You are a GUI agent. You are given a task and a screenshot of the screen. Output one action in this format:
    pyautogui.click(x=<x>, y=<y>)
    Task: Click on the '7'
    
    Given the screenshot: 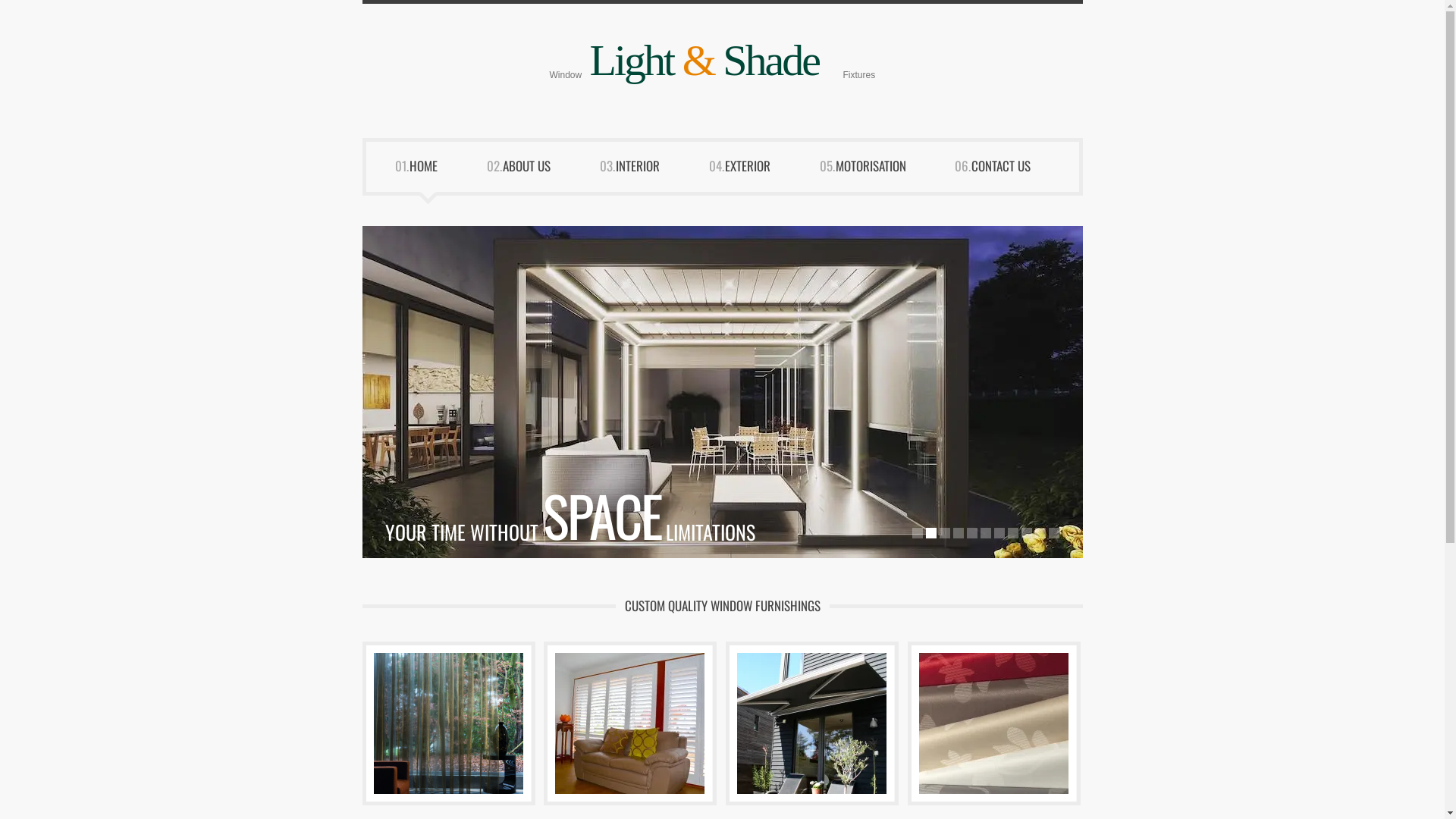 What is the action you would take?
    pyautogui.click(x=993, y=532)
    